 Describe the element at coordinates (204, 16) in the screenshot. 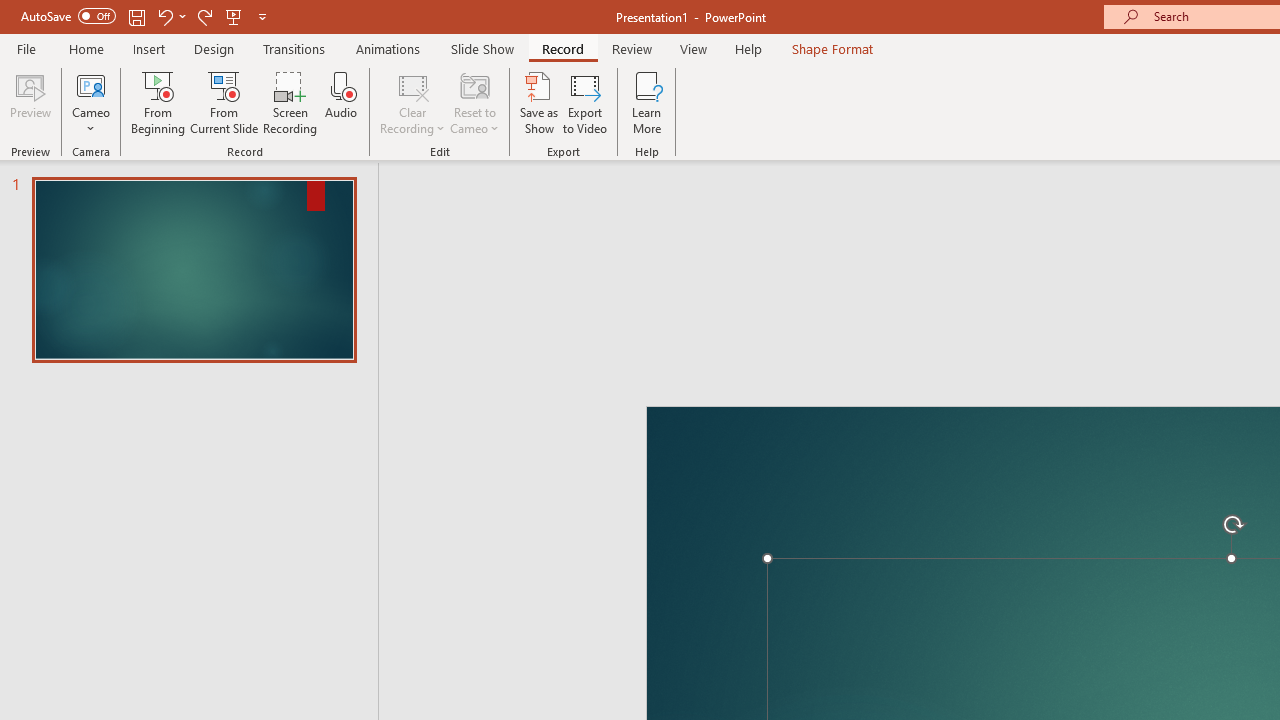

I see `'Redo'` at that location.